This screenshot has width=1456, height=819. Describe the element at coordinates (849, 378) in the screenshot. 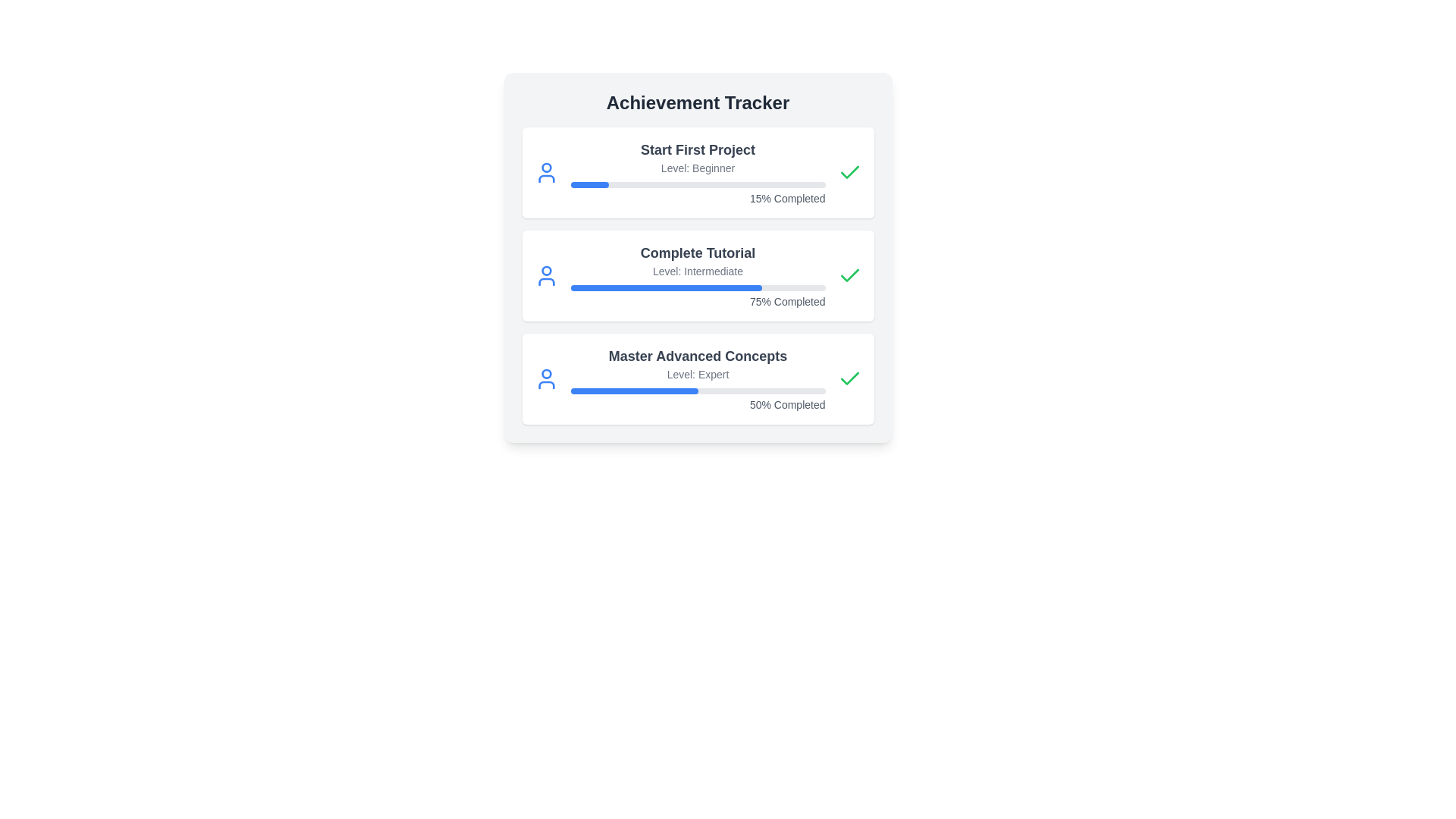

I see `the green check mark icon representing a completed milestone in the achievement tracker interface, located in the second panel next to the 'Complete Tutorial' section` at that location.